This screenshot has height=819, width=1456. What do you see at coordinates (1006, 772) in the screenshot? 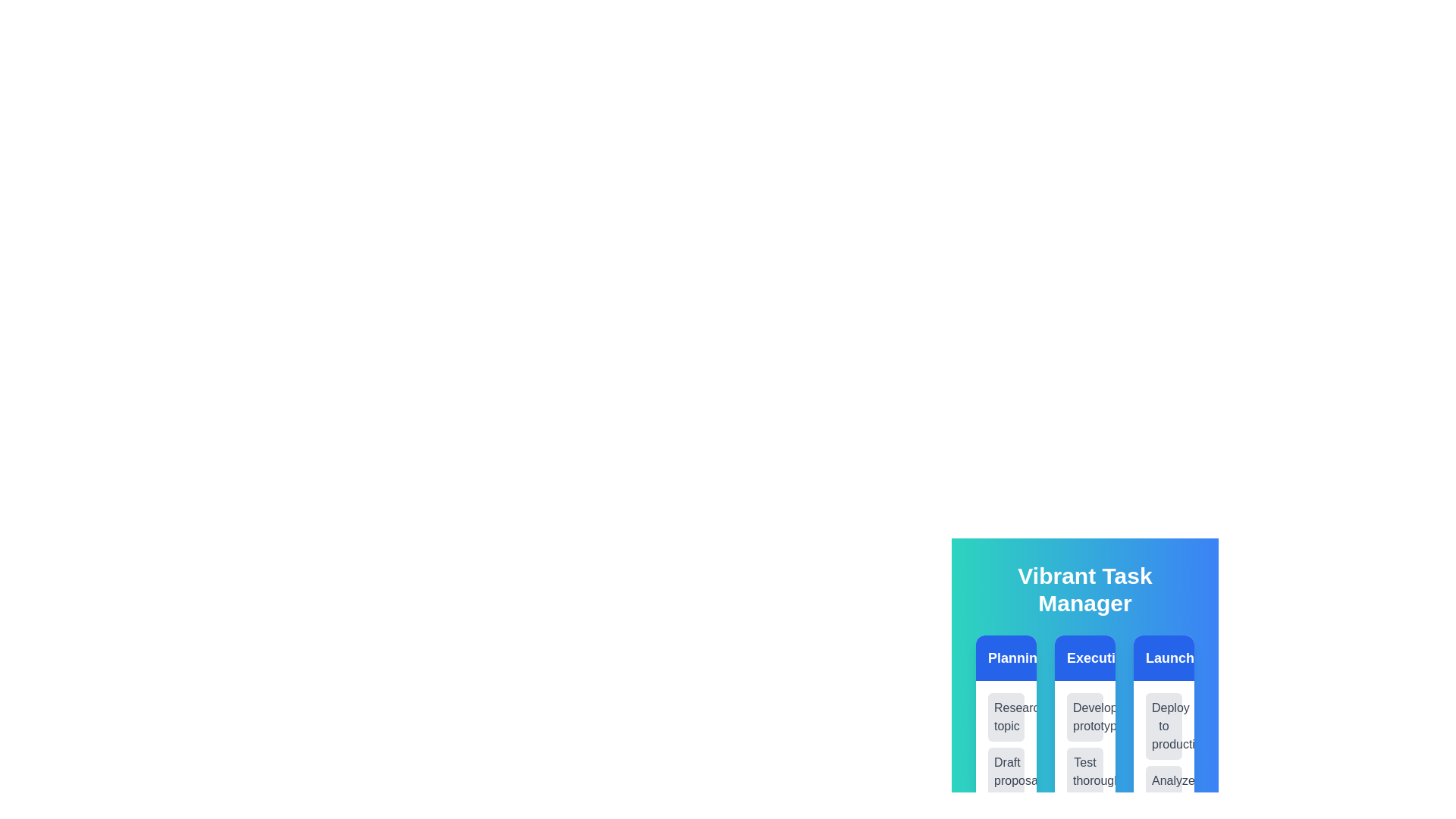
I see `the 'Draft proposal' text label in the 'Vibrant Task Manager' interface, which is styled with a light gray background and darker gray text, positioned under the 'Planning' section` at bounding box center [1006, 772].